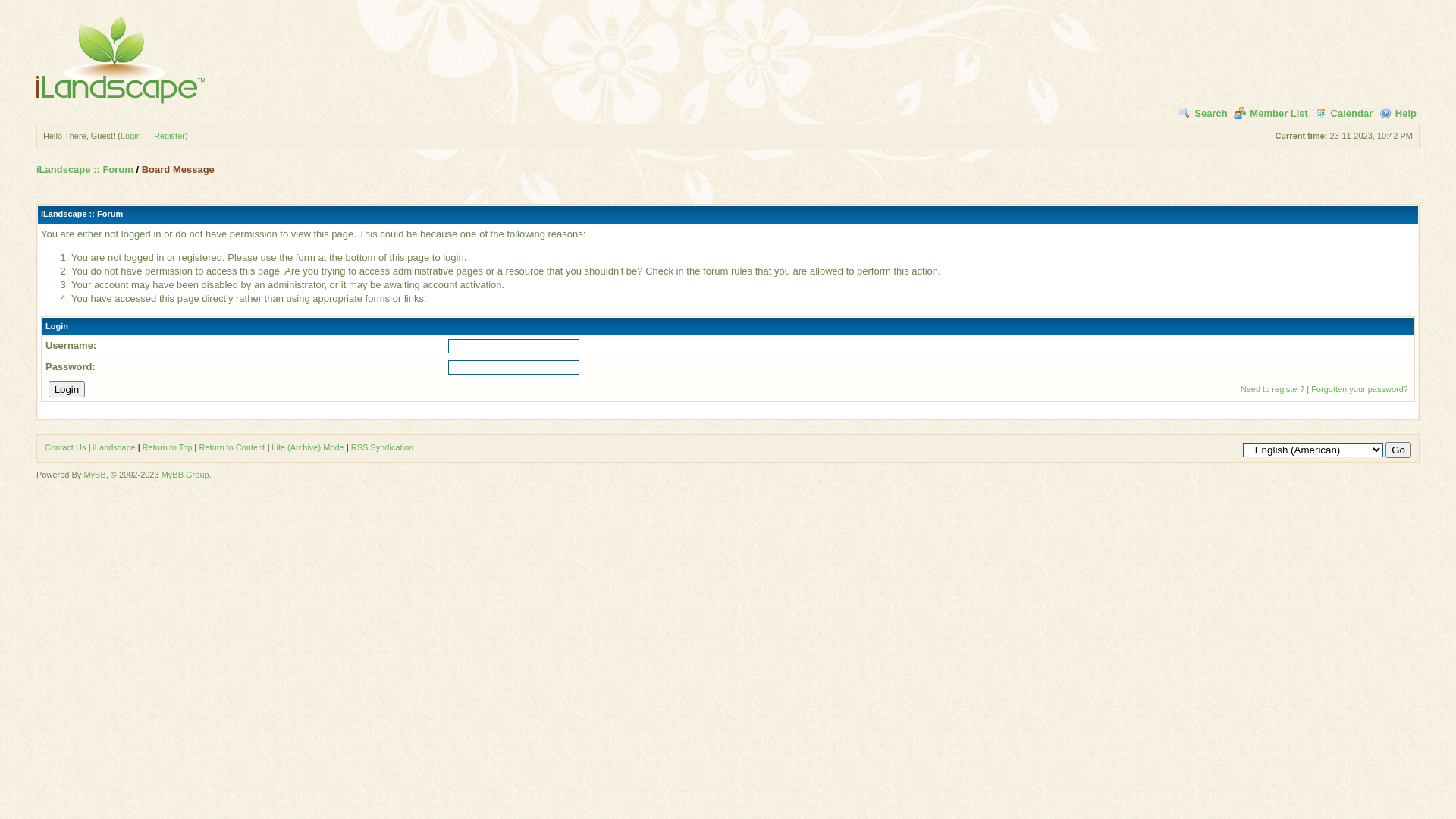 The height and width of the screenshot is (819, 1456). Describe the element at coordinates (382, 447) in the screenshot. I see `'RSS Syndication'` at that location.